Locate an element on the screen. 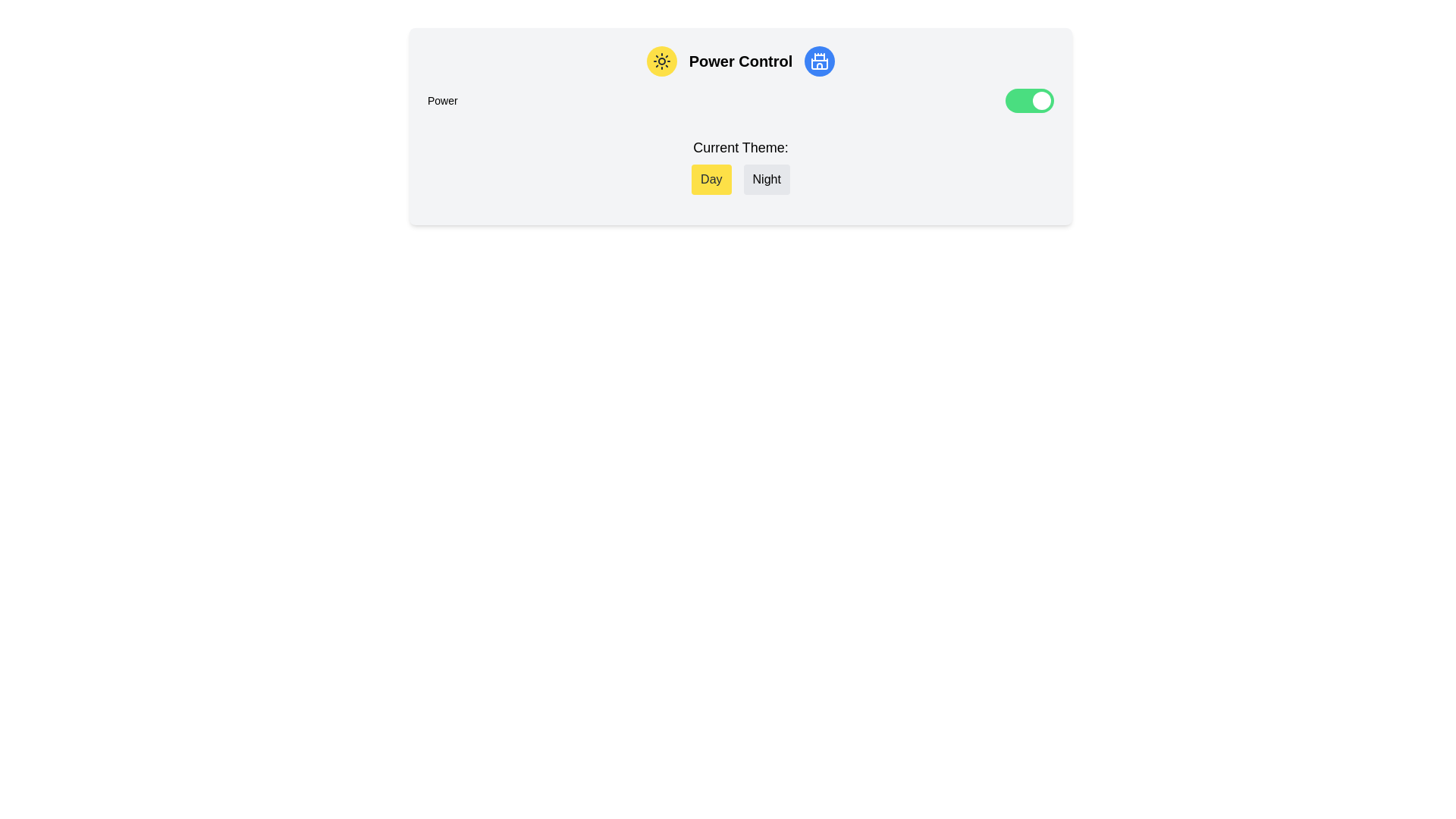 The width and height of the screenshot is (1456, 819). the 'Night' theme button, which is the second button in the horizontal layout under the heading 'Current Theme:' is located at coordinates (767, 178).